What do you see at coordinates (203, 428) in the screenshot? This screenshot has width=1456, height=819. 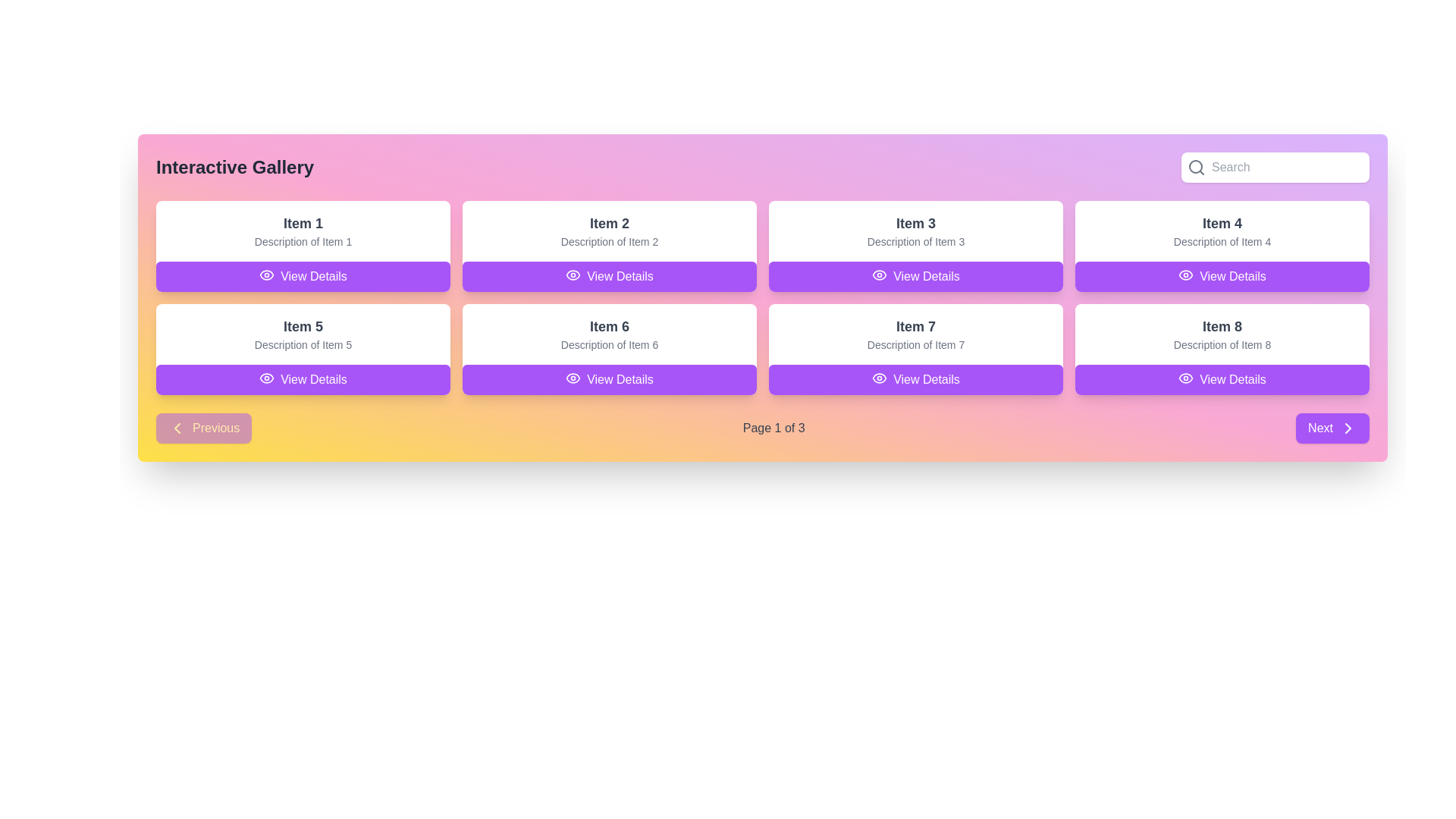 I see `the 'Previous' button, which is a rectangular button with a purple background and white text, located at the bottom-left corner of the interface` at bounding box center [203, 428].